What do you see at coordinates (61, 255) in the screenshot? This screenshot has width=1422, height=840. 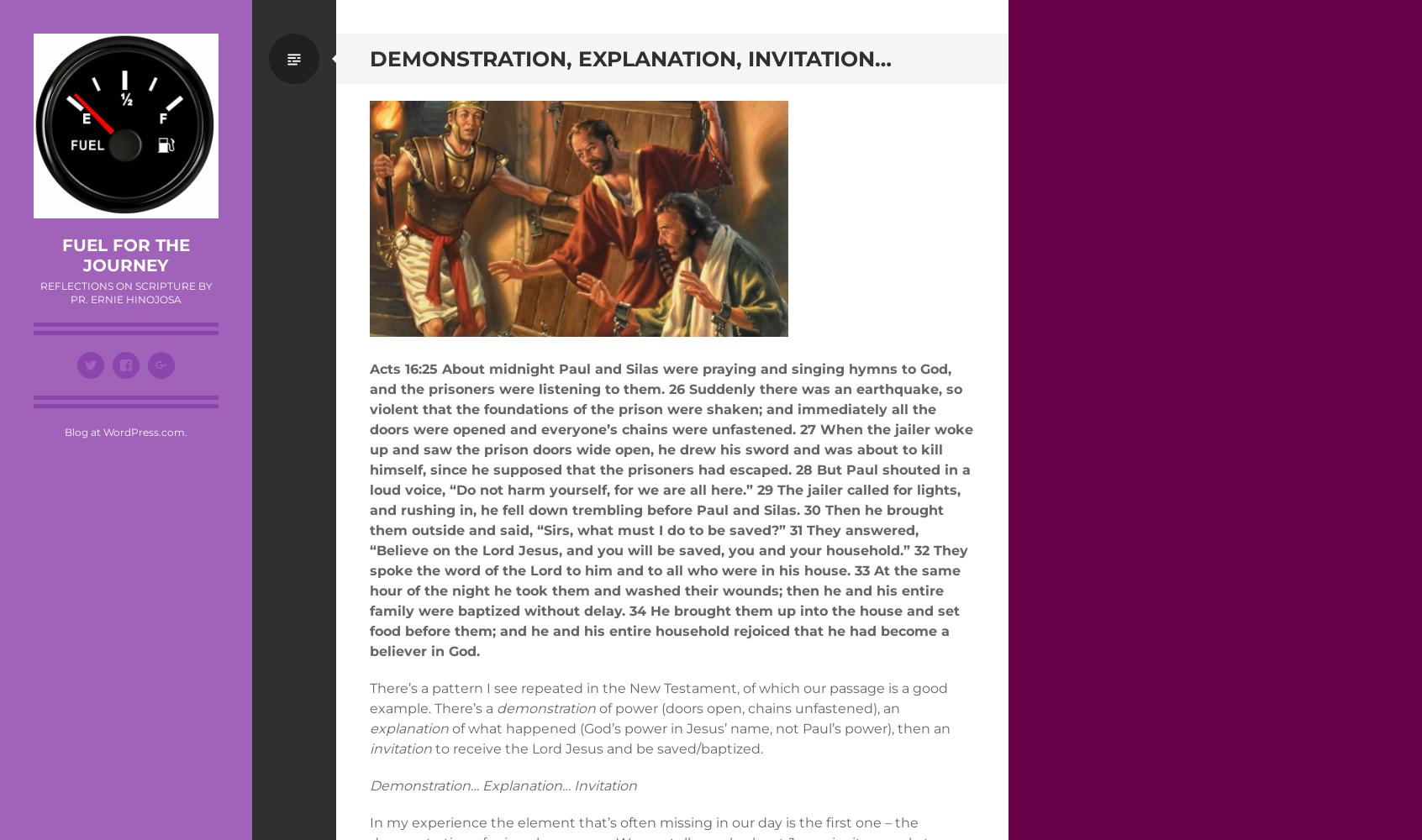 I see `'Fuel for the journey'` at bounding box center [61, 255].